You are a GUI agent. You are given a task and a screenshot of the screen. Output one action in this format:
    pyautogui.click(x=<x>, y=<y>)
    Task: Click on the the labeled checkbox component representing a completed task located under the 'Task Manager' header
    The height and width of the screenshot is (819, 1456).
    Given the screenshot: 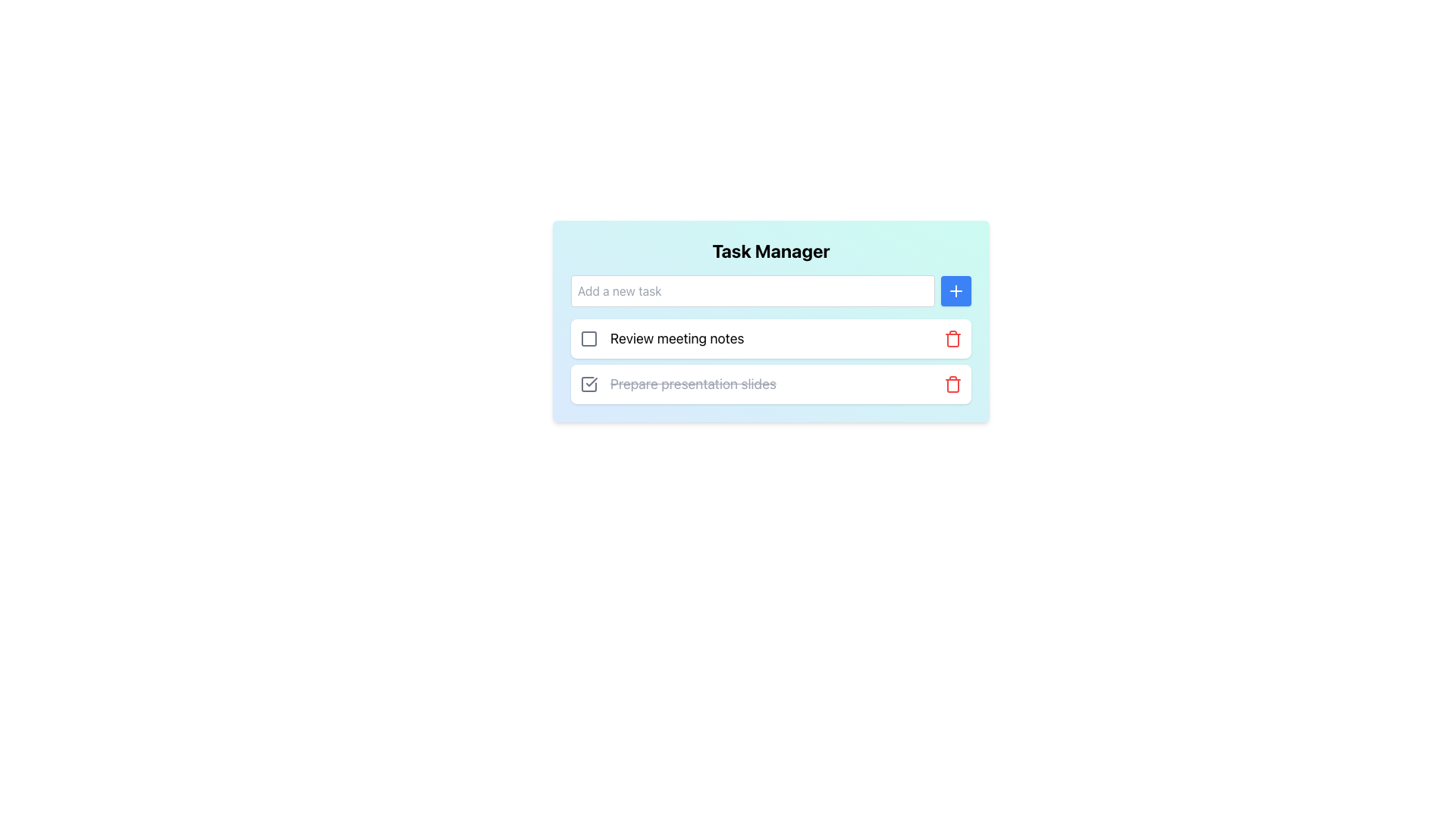 What is the action you would take?
    pyautogui.click(x=677, y=383)
    